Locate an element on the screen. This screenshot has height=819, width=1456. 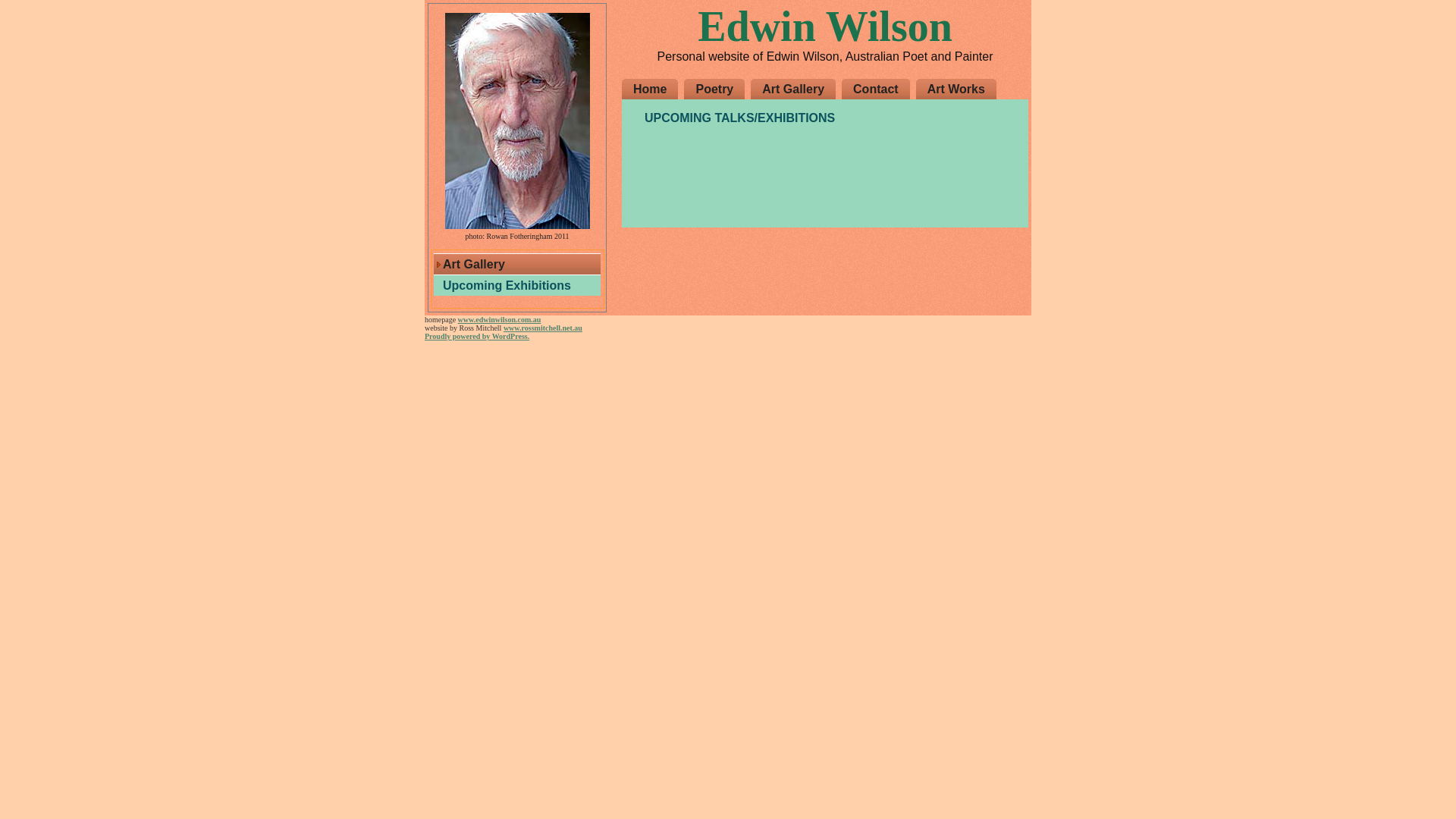
'Poetry' is located at coordinates (717, 89).